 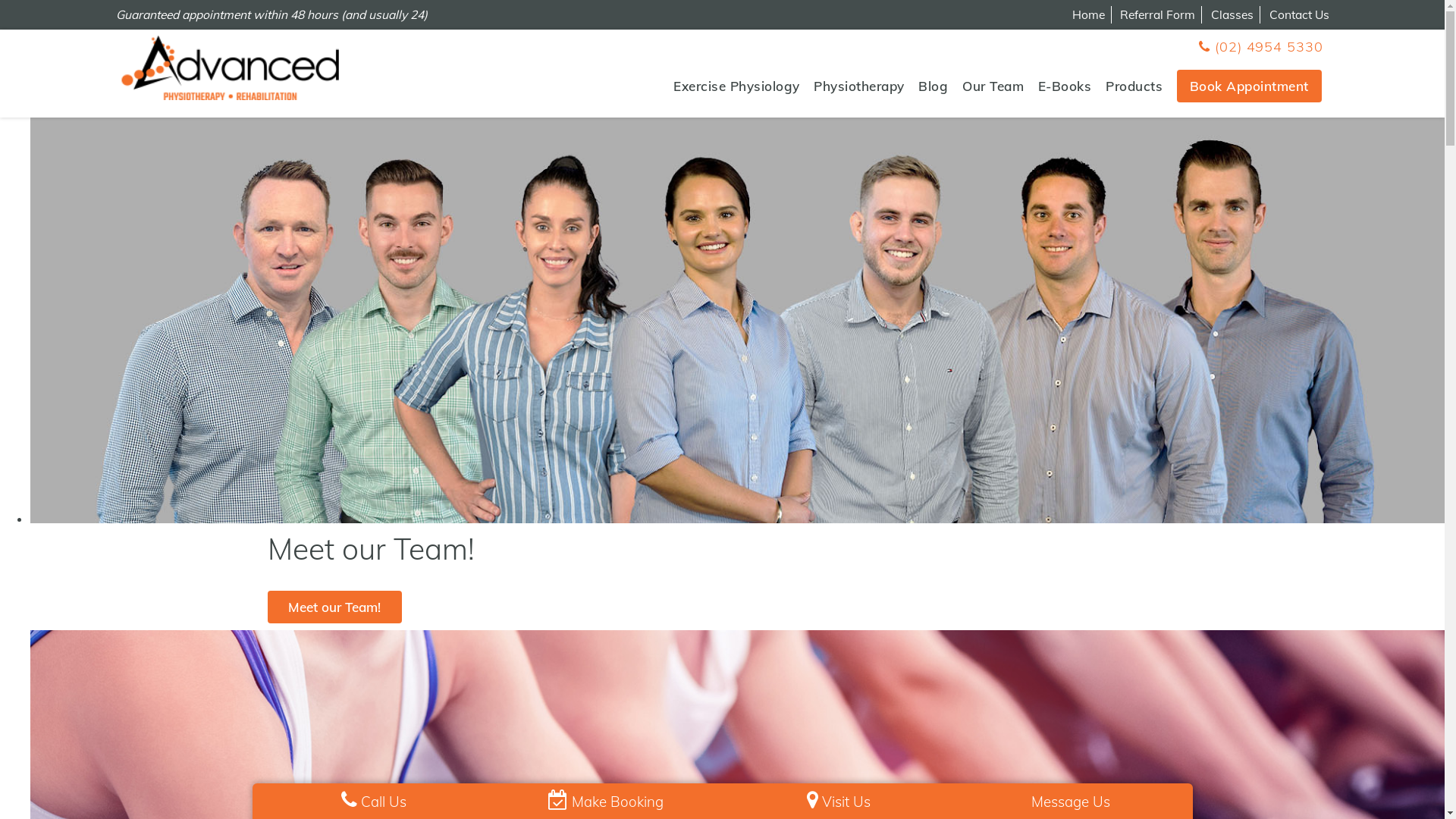 I want to click on 'Meet our Team!', so click(x=266, y=606).